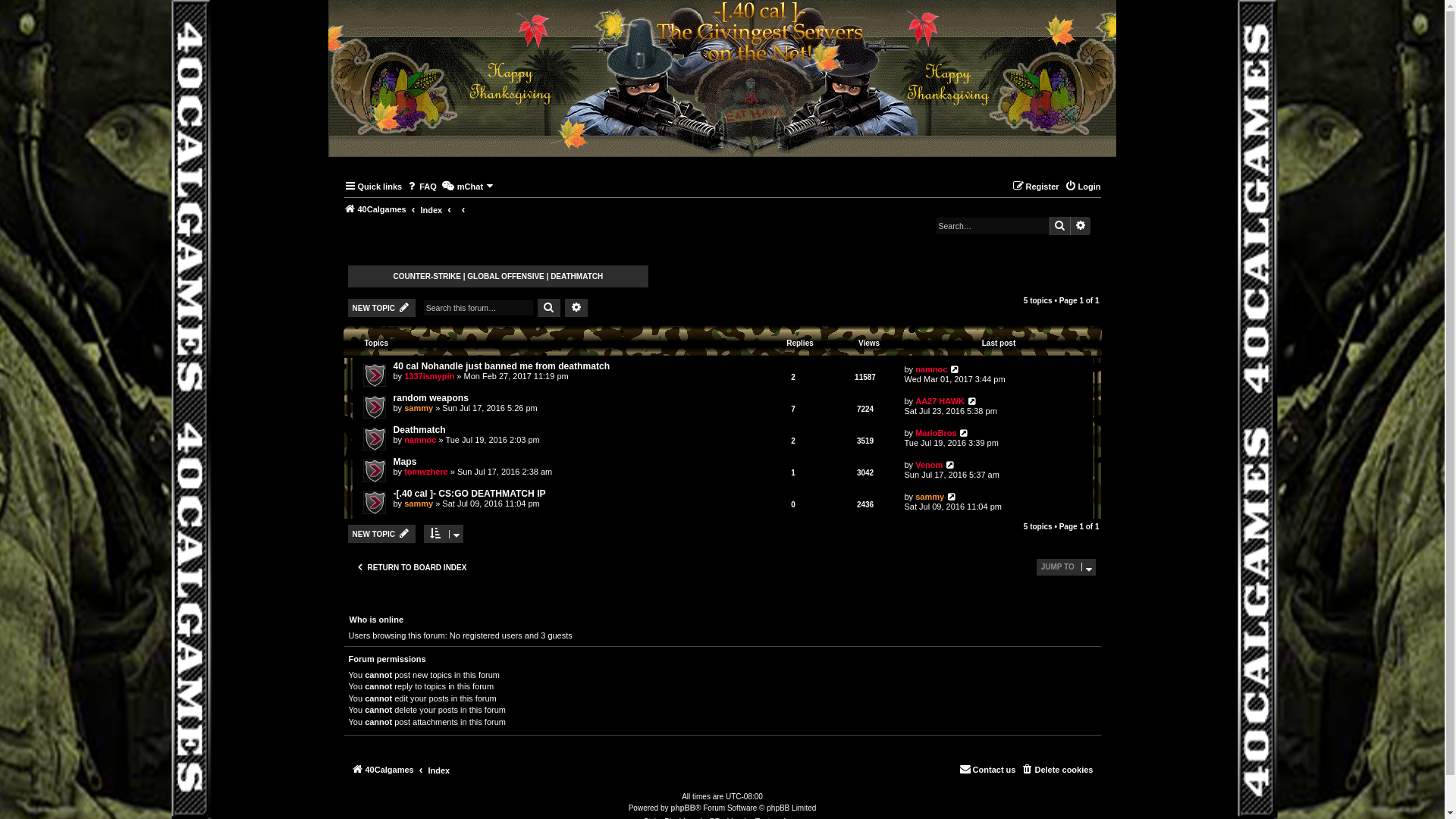 This screenshot has height=819, width=1456. Describe the element at coordinates (914, 400) in the screenshot. I see `'AA27 HAWK'` at that location.